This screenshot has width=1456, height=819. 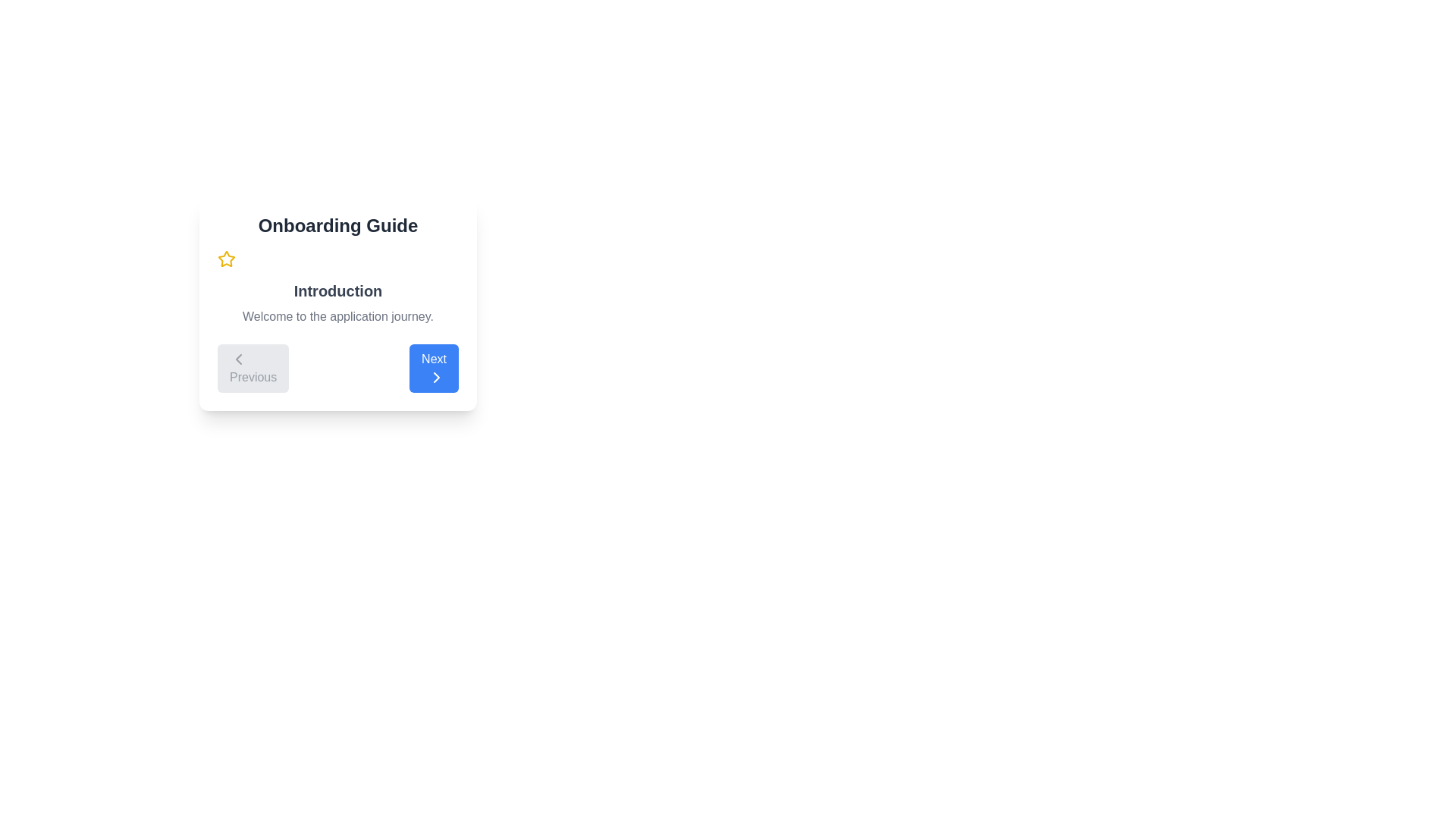 What do you see at coordinates (337, 303) in the screenshot?
I see `the introductory message text display located below the 'Onboarding Guide' header and above the navigation controls in the white card` at bounding box center [337, 303].